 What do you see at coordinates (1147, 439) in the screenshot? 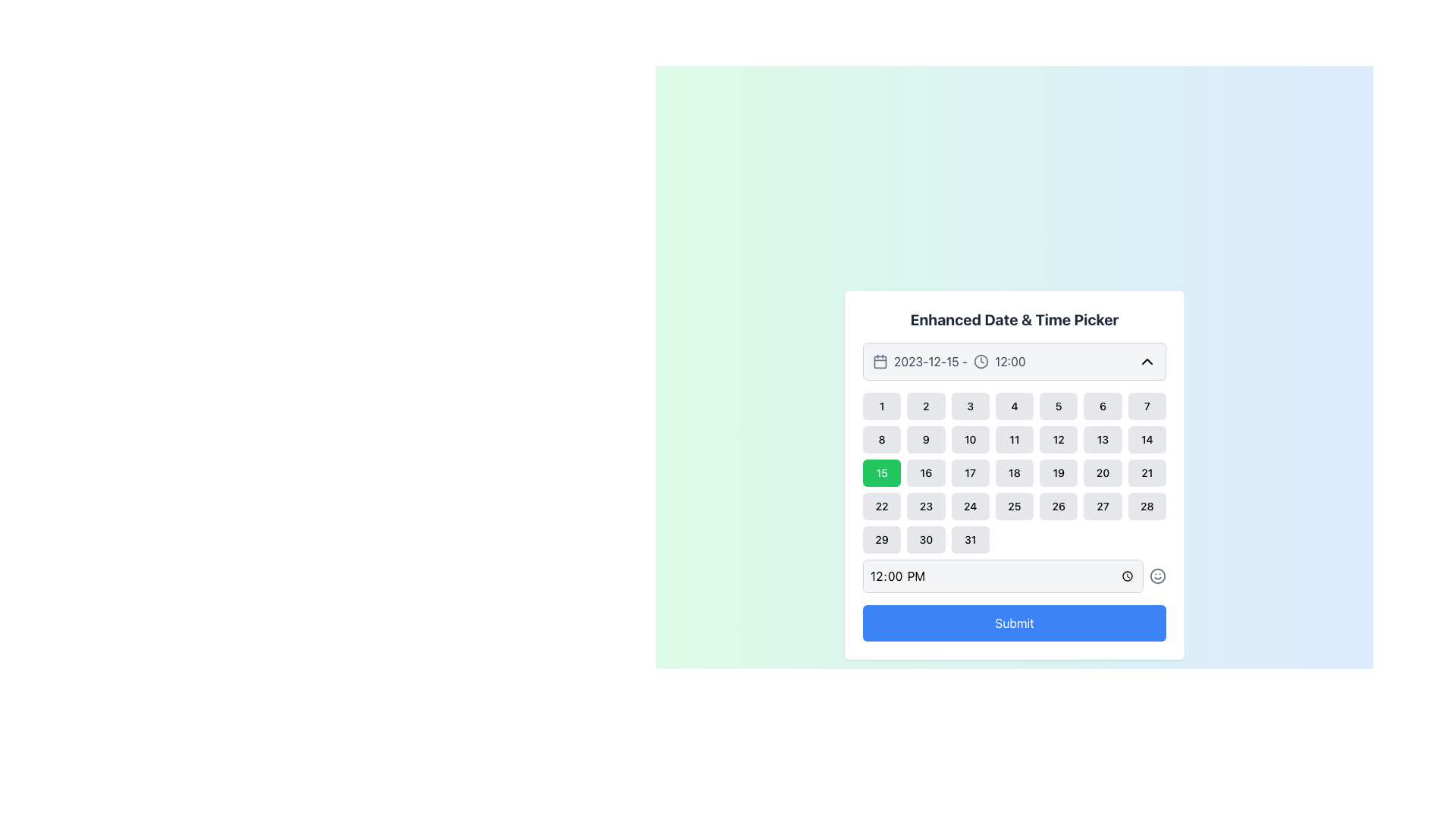
I see `the selectable item representing the 14th day of the month in the Enhanced Date & Time Picker grid` at bounding box center [1147, 439].